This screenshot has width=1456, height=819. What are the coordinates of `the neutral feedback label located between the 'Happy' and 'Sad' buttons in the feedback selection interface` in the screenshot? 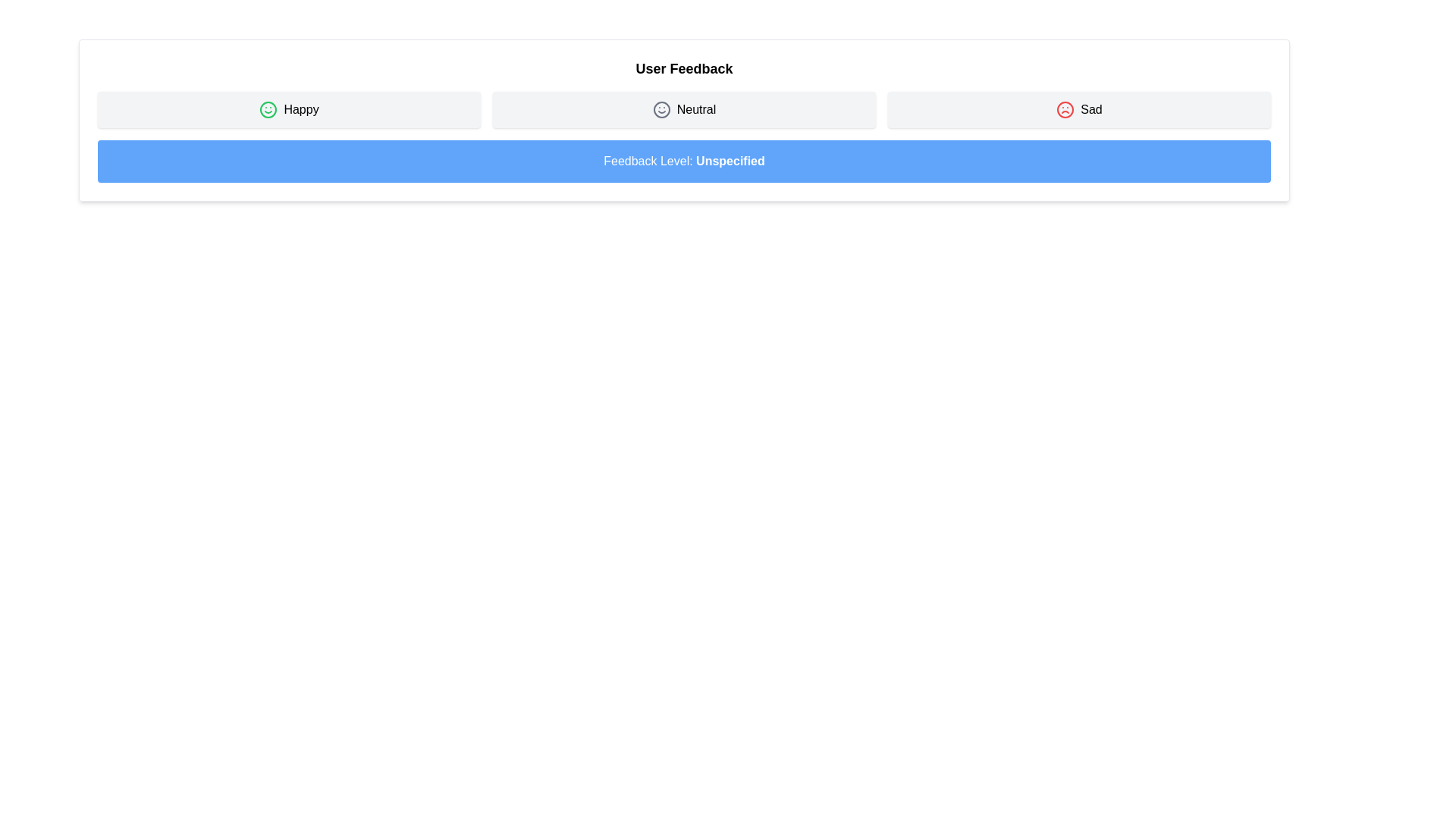 It's located at (695, 109).